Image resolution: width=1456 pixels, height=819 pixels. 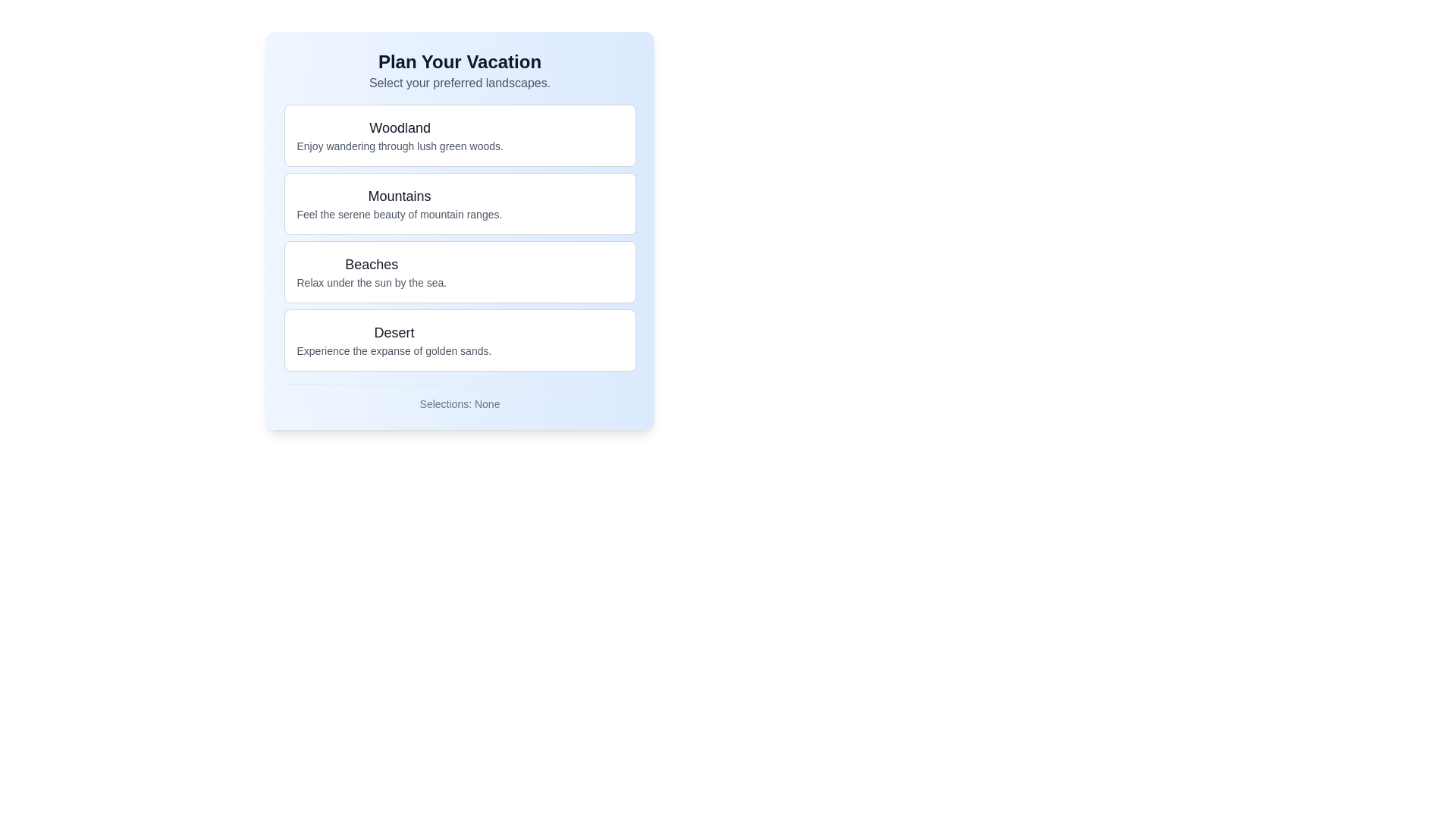 I want to click on the 'Desert' theme selectable card, which is the fourth card in the list under 'Plan Your Vacation', so click(x=459, y=339).